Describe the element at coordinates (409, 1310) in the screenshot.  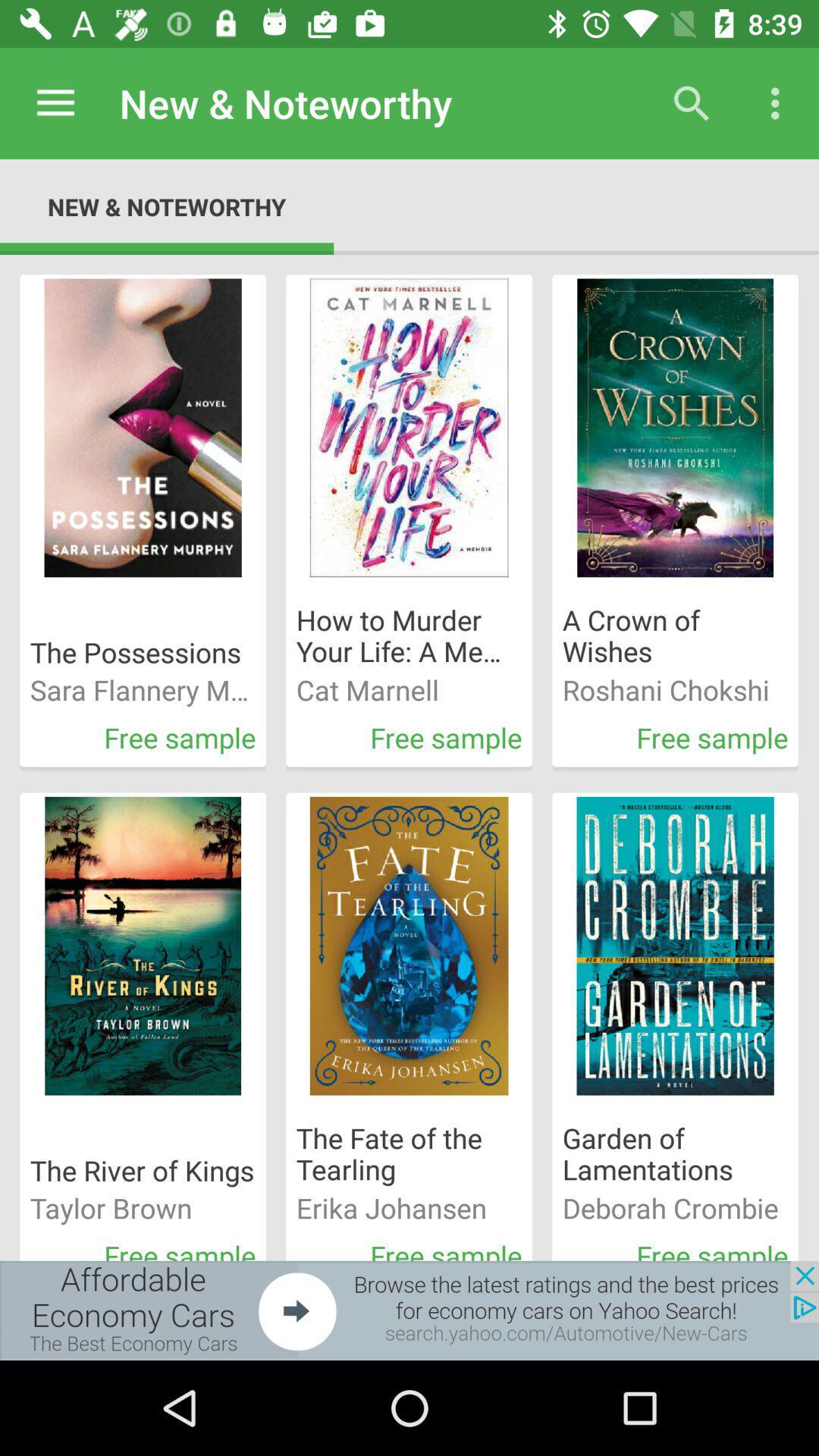
I see `click advertisement` at that location.